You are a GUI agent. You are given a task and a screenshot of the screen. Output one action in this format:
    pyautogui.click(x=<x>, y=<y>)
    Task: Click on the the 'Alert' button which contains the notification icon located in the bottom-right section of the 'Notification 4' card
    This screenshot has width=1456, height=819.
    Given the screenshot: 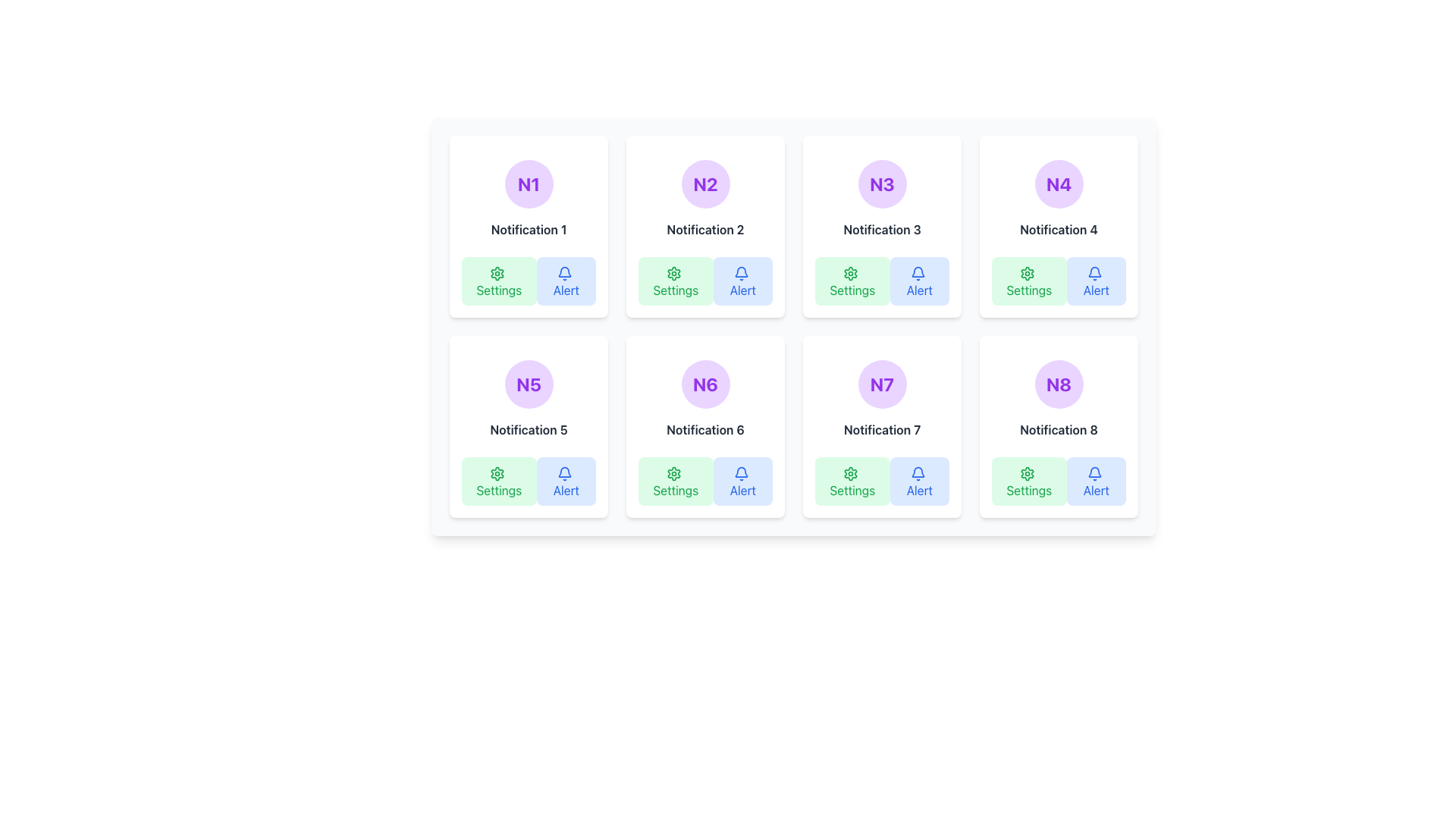 What is the action you would take?
    pyautogui.click(x=1094, y=273)
    